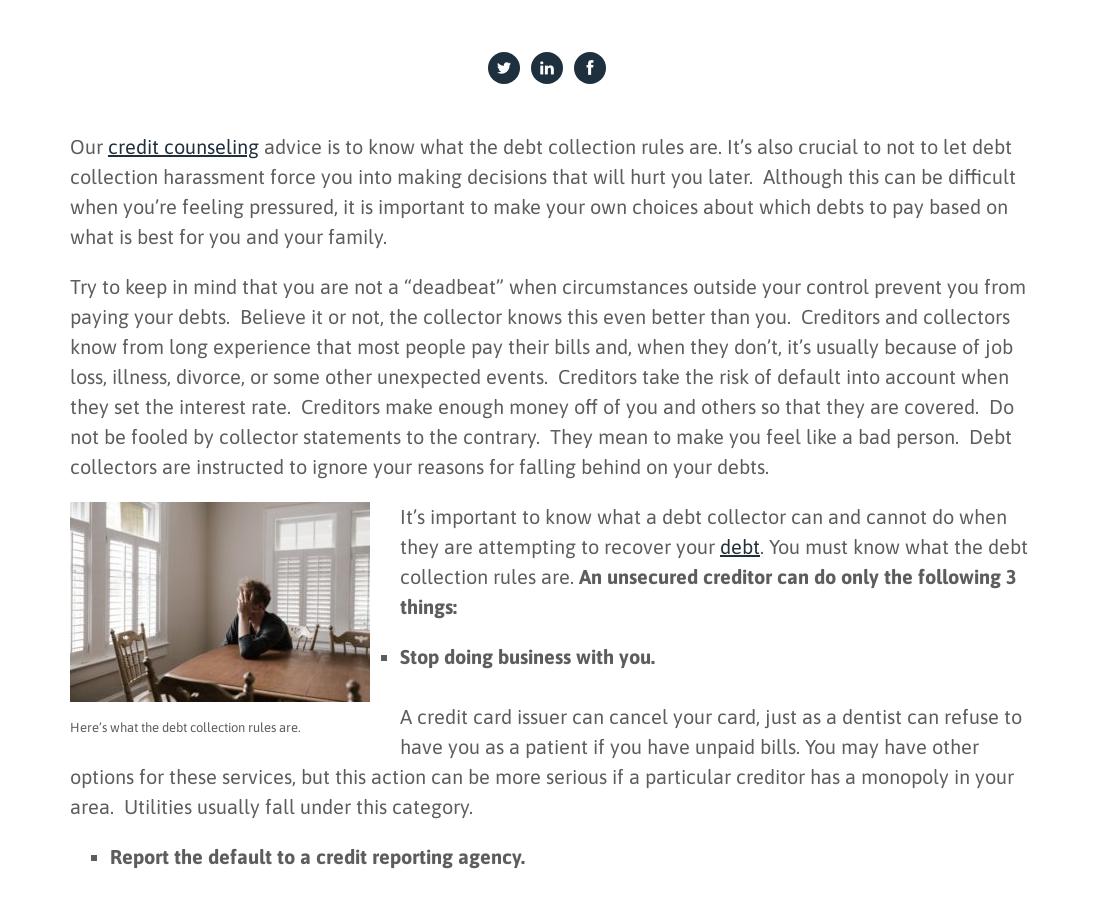 The height and width of the screenshot is (907, 1100). Describe the element at coordinates (256, 643) in the screenshot. I see `'management services for consumers nationwide. Our certified credit counselors provide financial education for anyone wanting to learn'` at that location.